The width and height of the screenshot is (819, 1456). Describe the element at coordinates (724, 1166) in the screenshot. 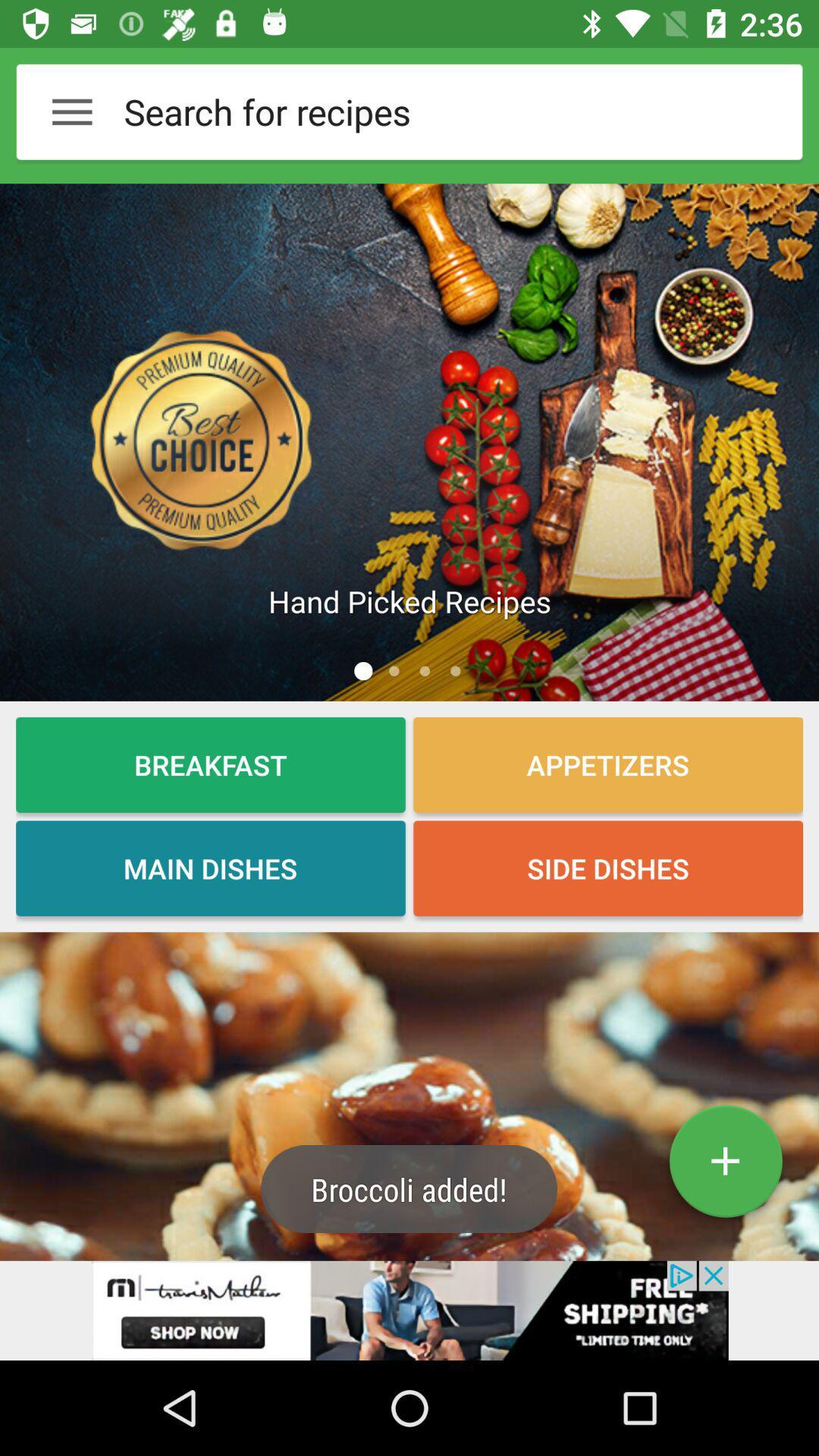

I see `the add icon` at that location.